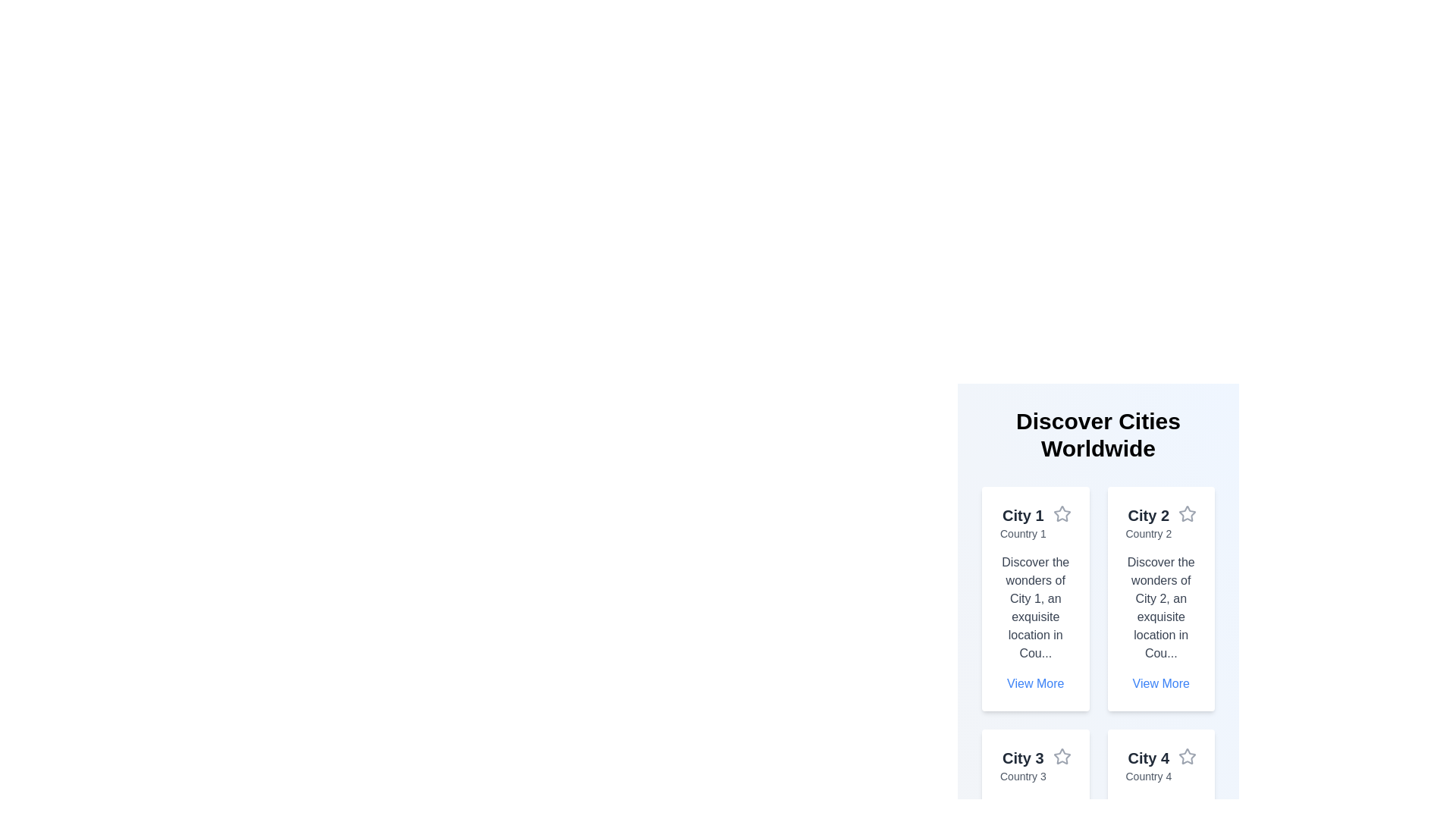 The image size is (1456, 819). I want to click on the static text label styled with gray font that contains the text 'Country 3', located beneath the title 'City 3' in the third card of the grid layout, so click(1023, 776).